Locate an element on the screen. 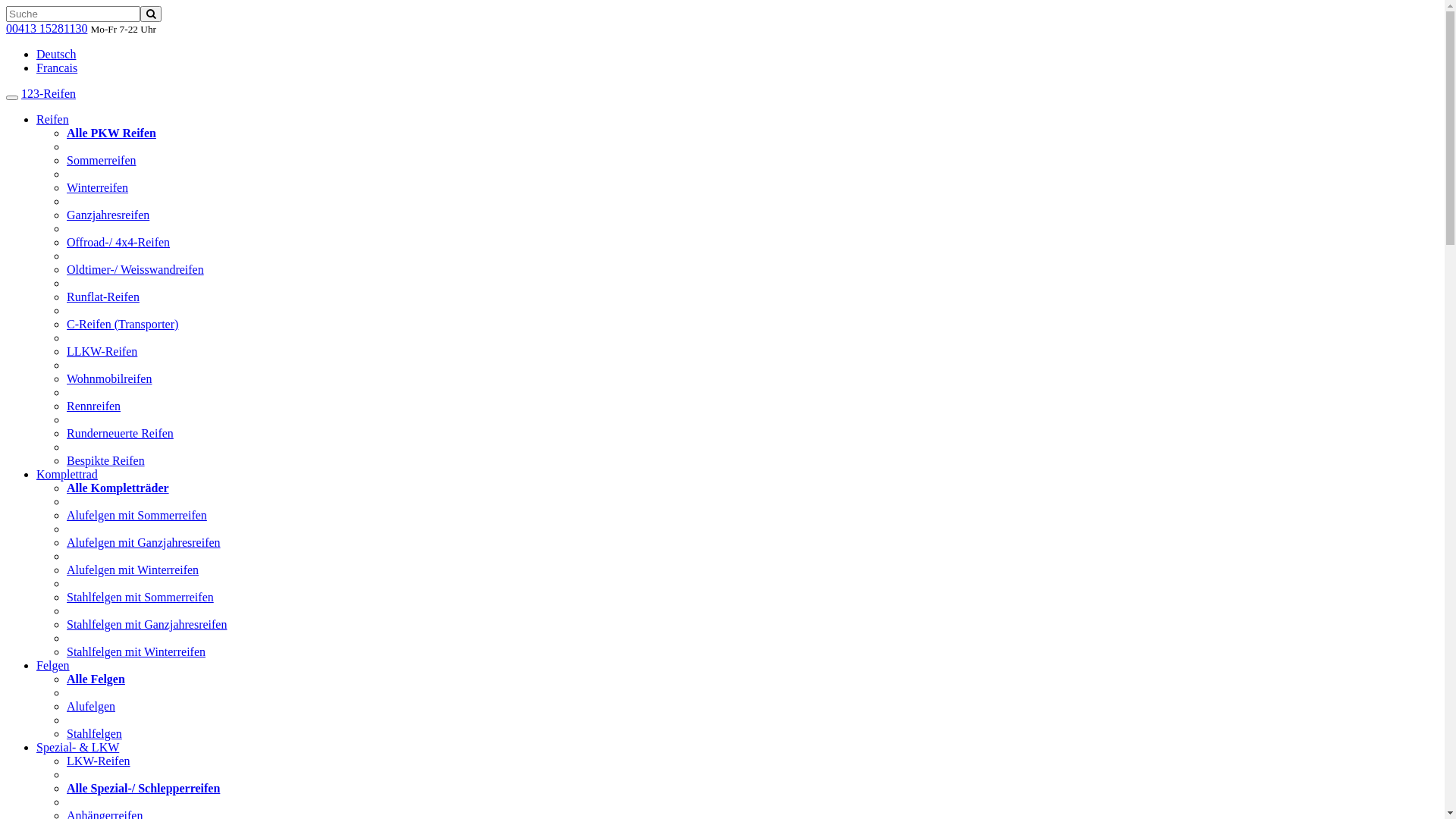  'Bespikte Reifen' is located at coordinates (105, 460).